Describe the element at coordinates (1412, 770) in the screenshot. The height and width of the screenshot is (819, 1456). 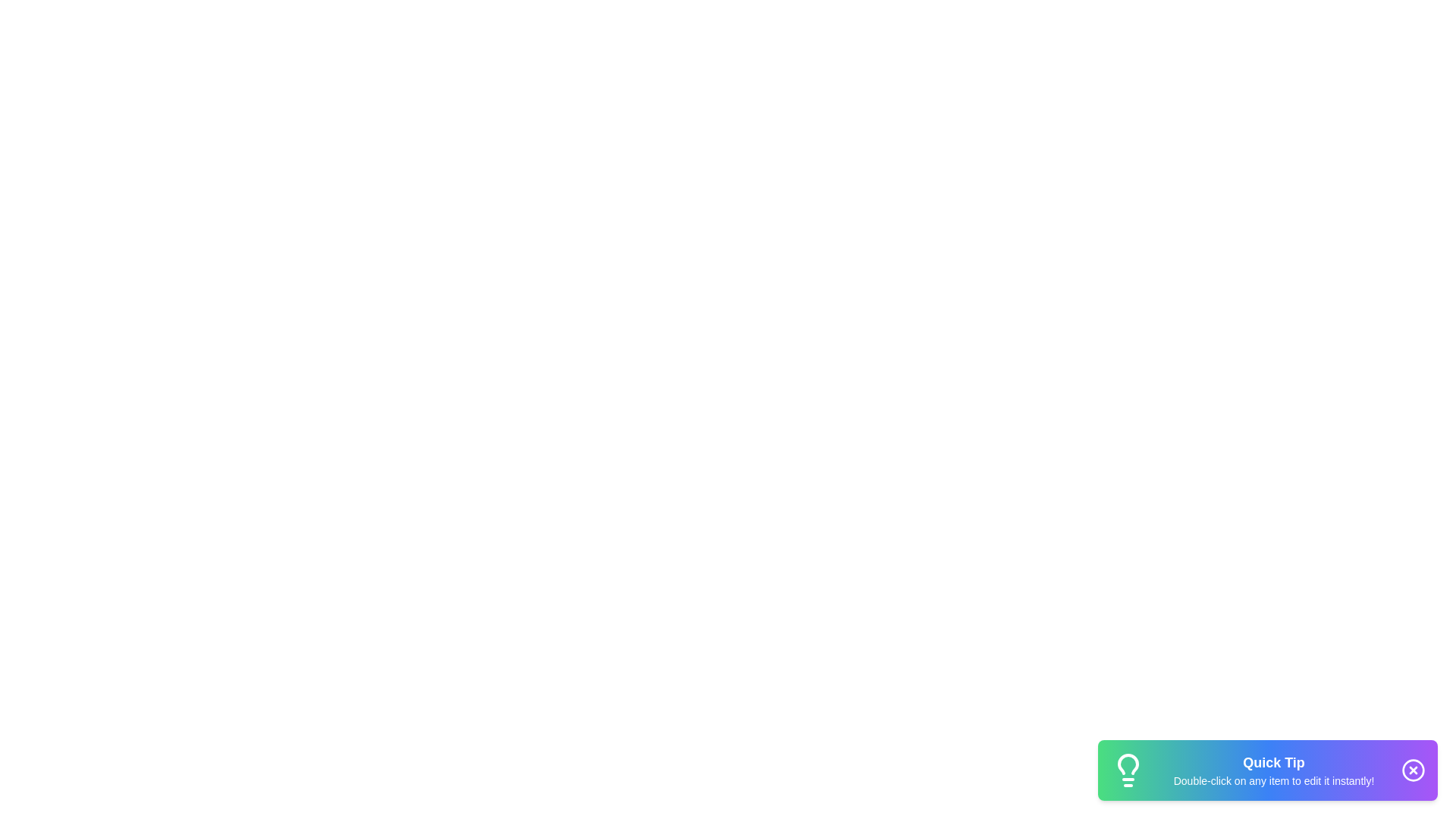
I see `close button to hide the snackbar` at that location.